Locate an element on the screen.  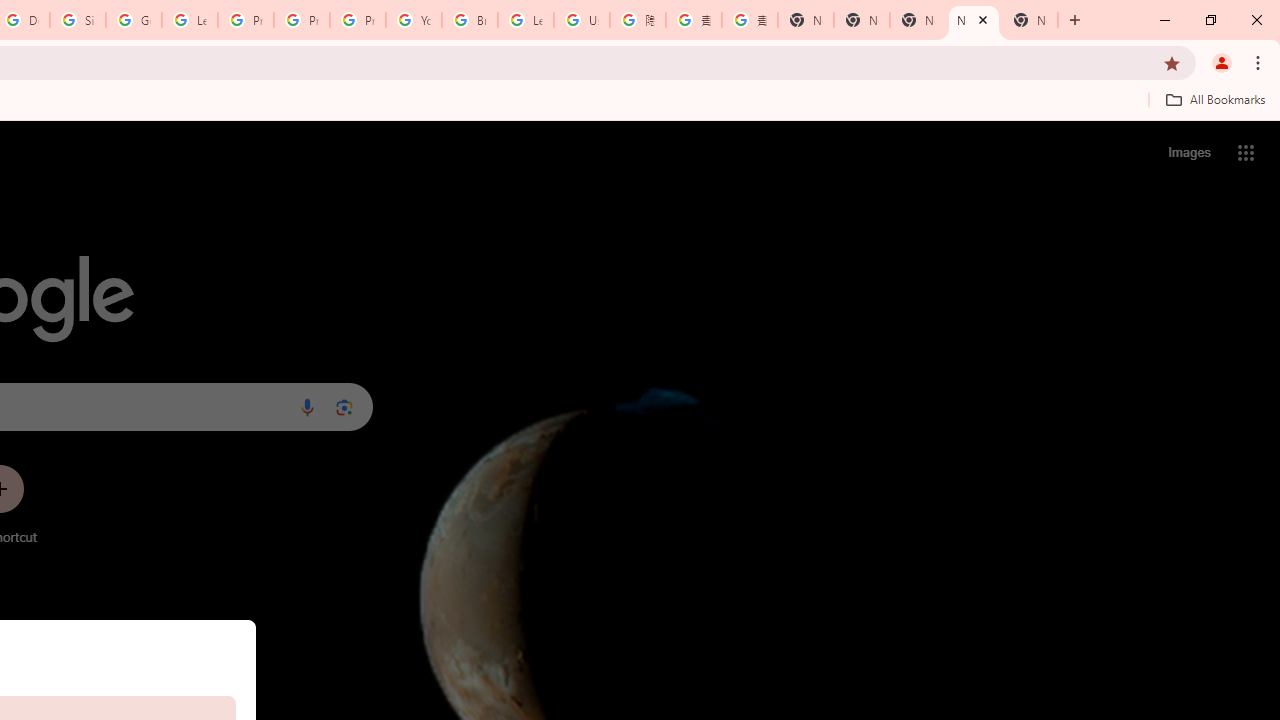
'YouTube' is located at coordinates (413, 20).